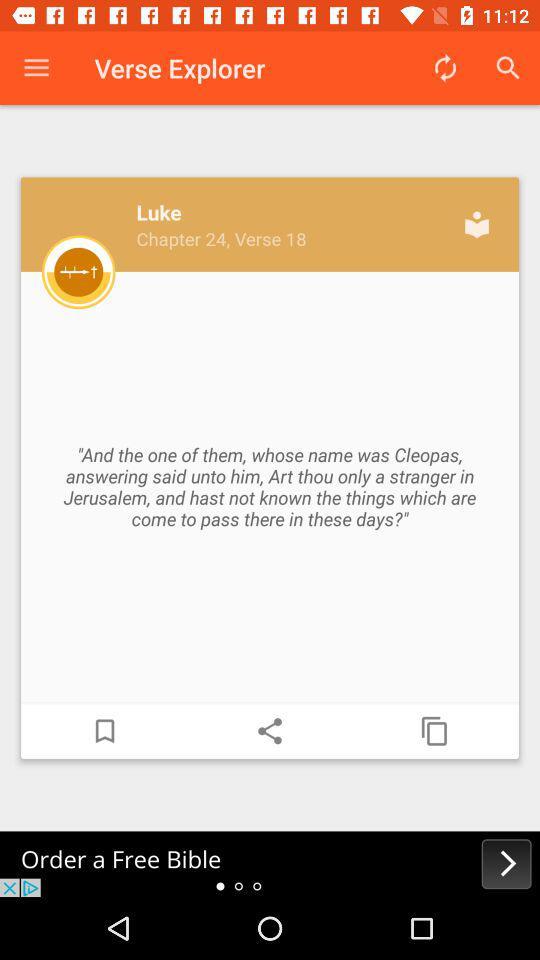  Describe the element at coordinates (104, 730) in the screenshot. I see `bookmark current page` at that location.